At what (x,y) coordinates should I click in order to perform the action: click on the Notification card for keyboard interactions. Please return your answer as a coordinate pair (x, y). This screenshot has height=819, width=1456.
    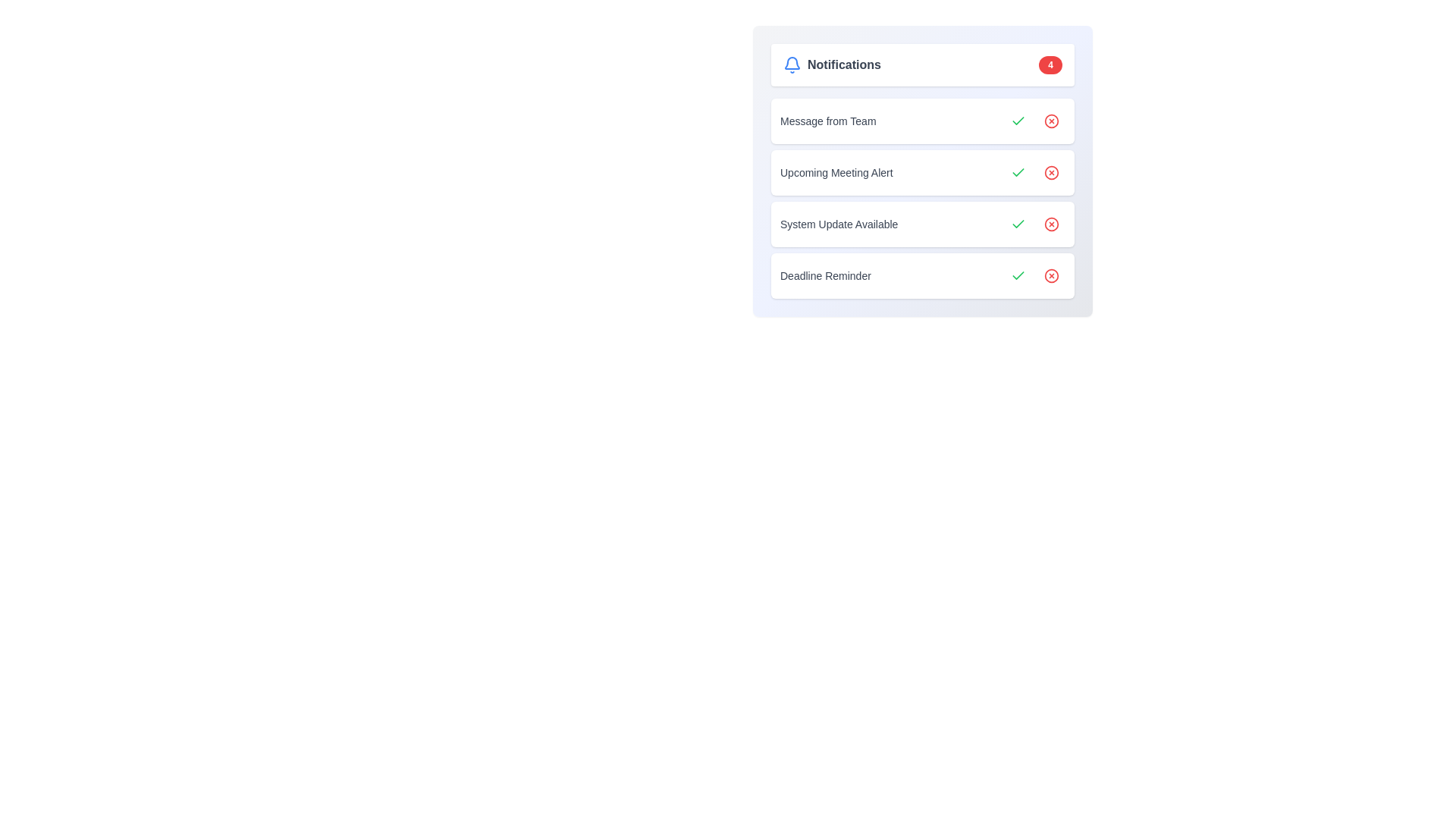
    Looking at the image, I should click on (922, 120).